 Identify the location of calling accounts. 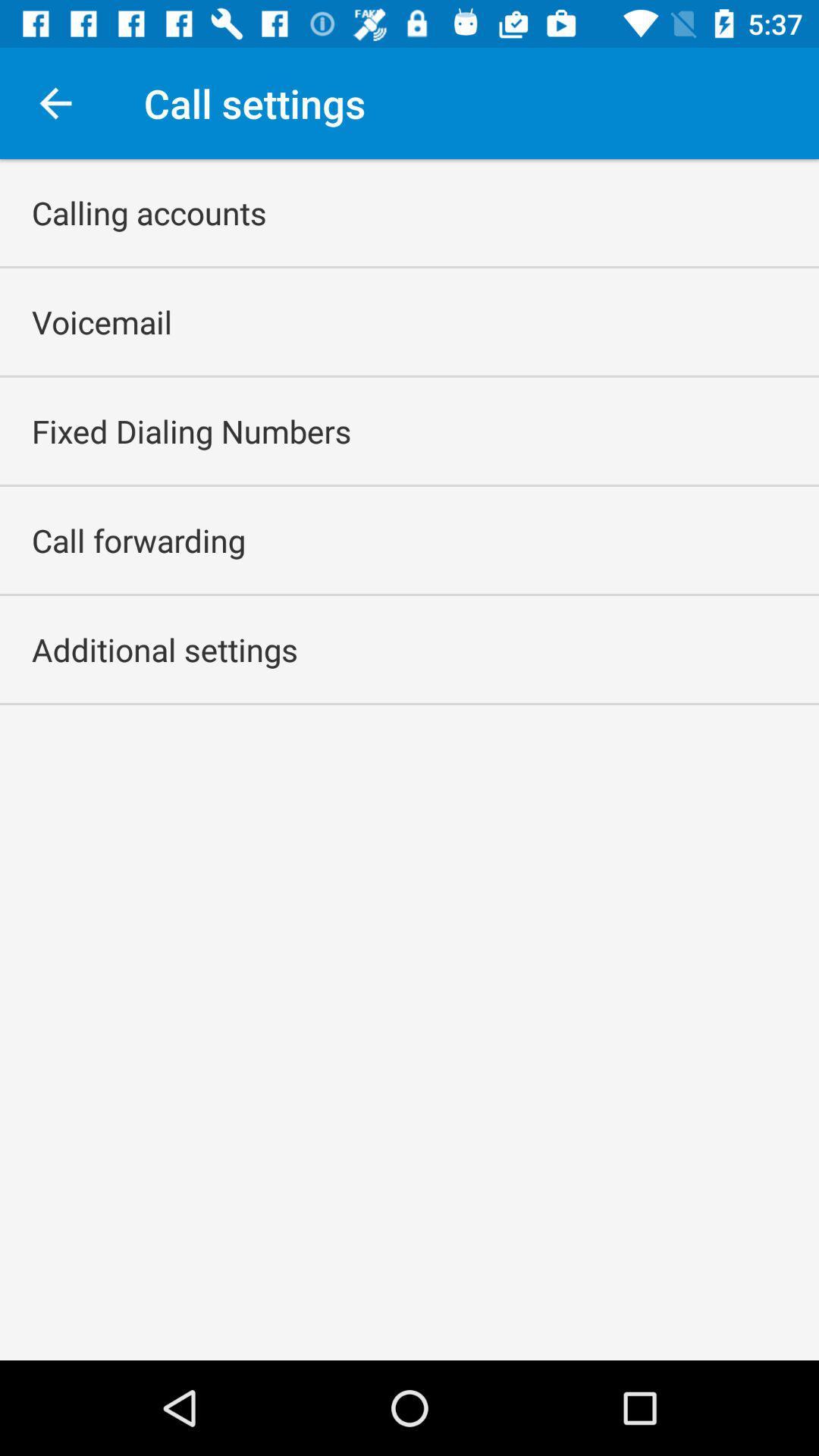
(149, 212).